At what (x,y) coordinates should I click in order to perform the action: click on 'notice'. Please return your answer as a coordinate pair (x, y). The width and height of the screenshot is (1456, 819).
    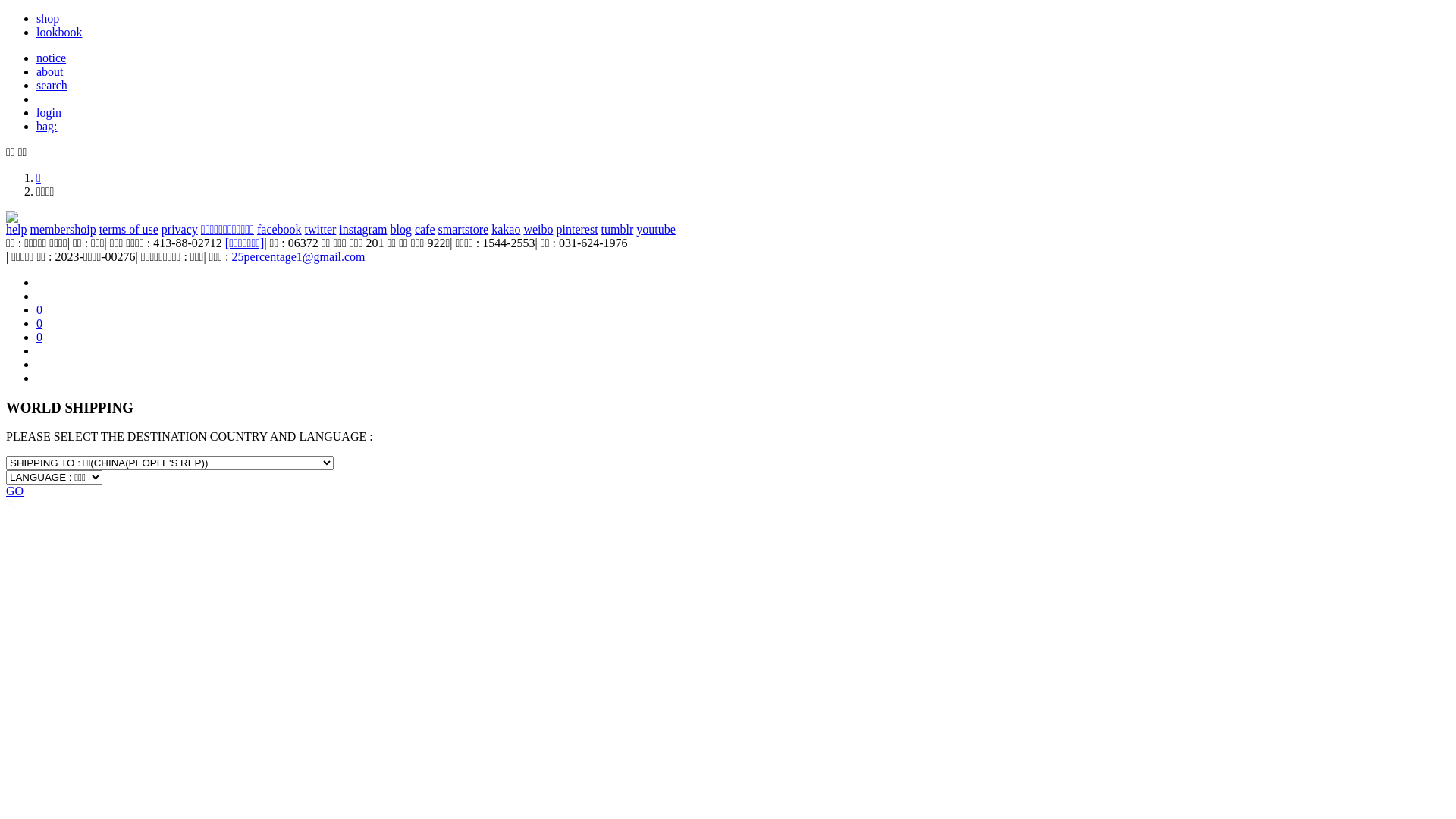
    Looking at the image, I should click on (51, 57).